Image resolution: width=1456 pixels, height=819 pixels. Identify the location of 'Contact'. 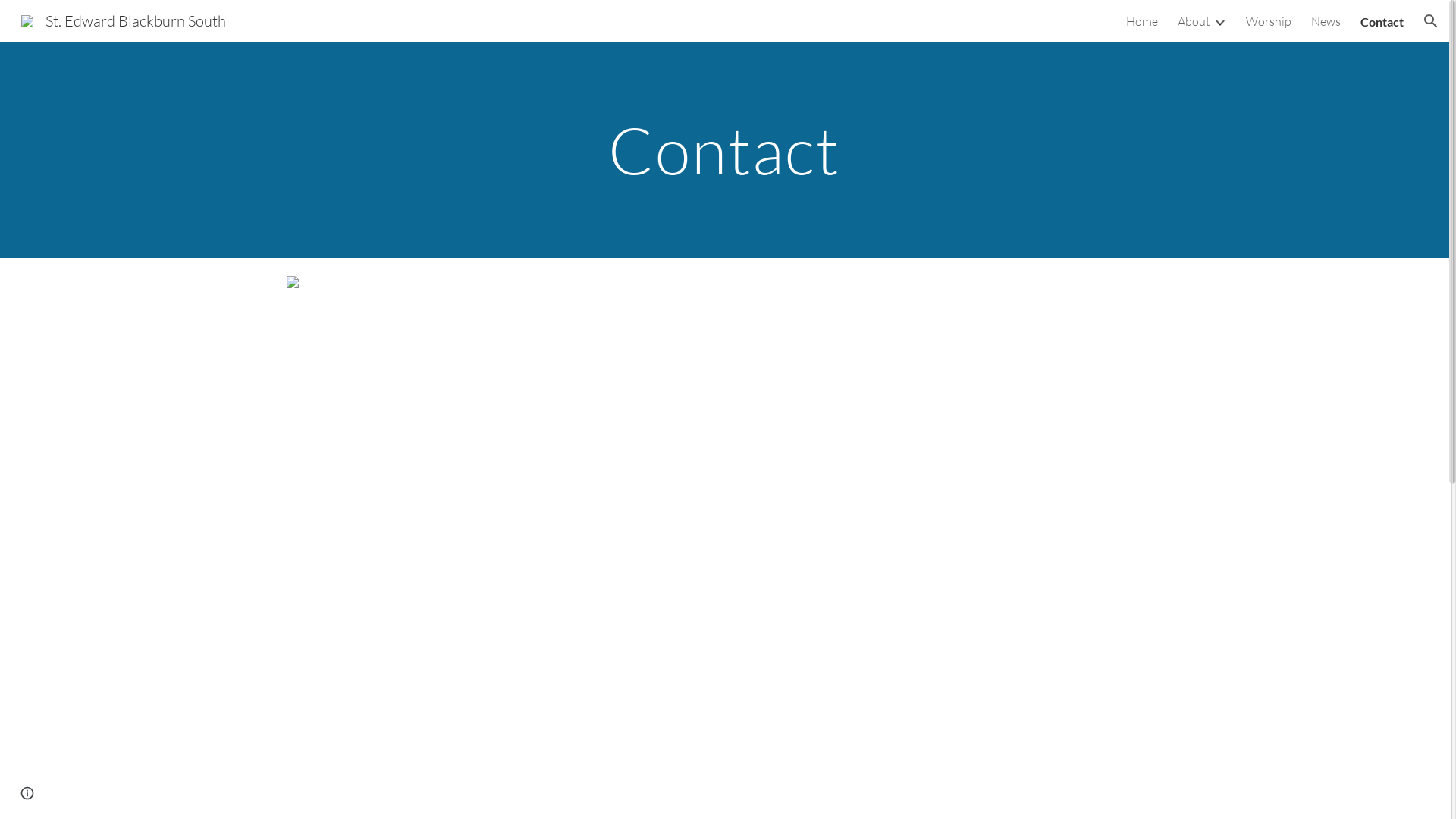
(1382, 20).